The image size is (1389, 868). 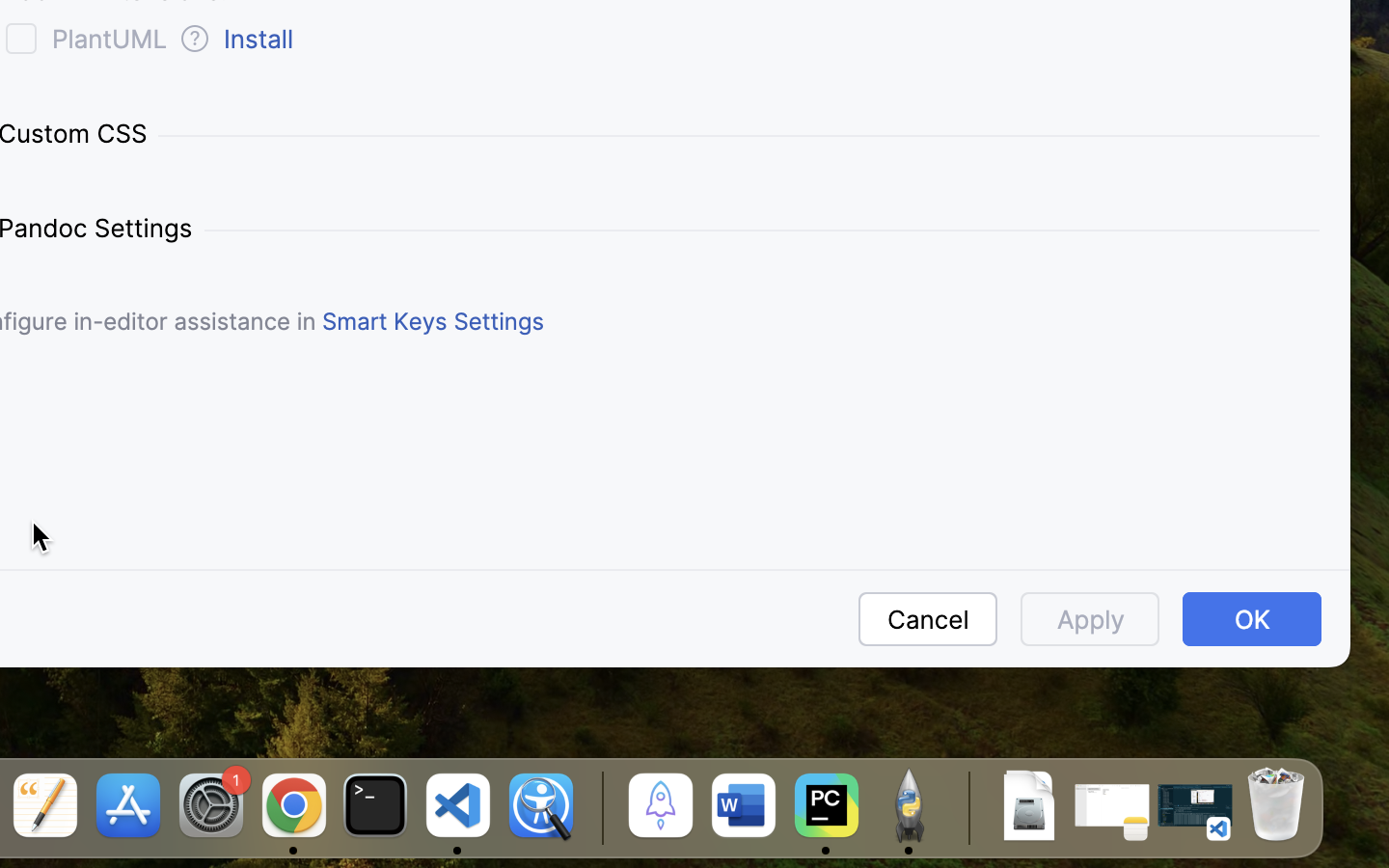 I want to click on '0.4285714328289032', so click(x=598, y=807).